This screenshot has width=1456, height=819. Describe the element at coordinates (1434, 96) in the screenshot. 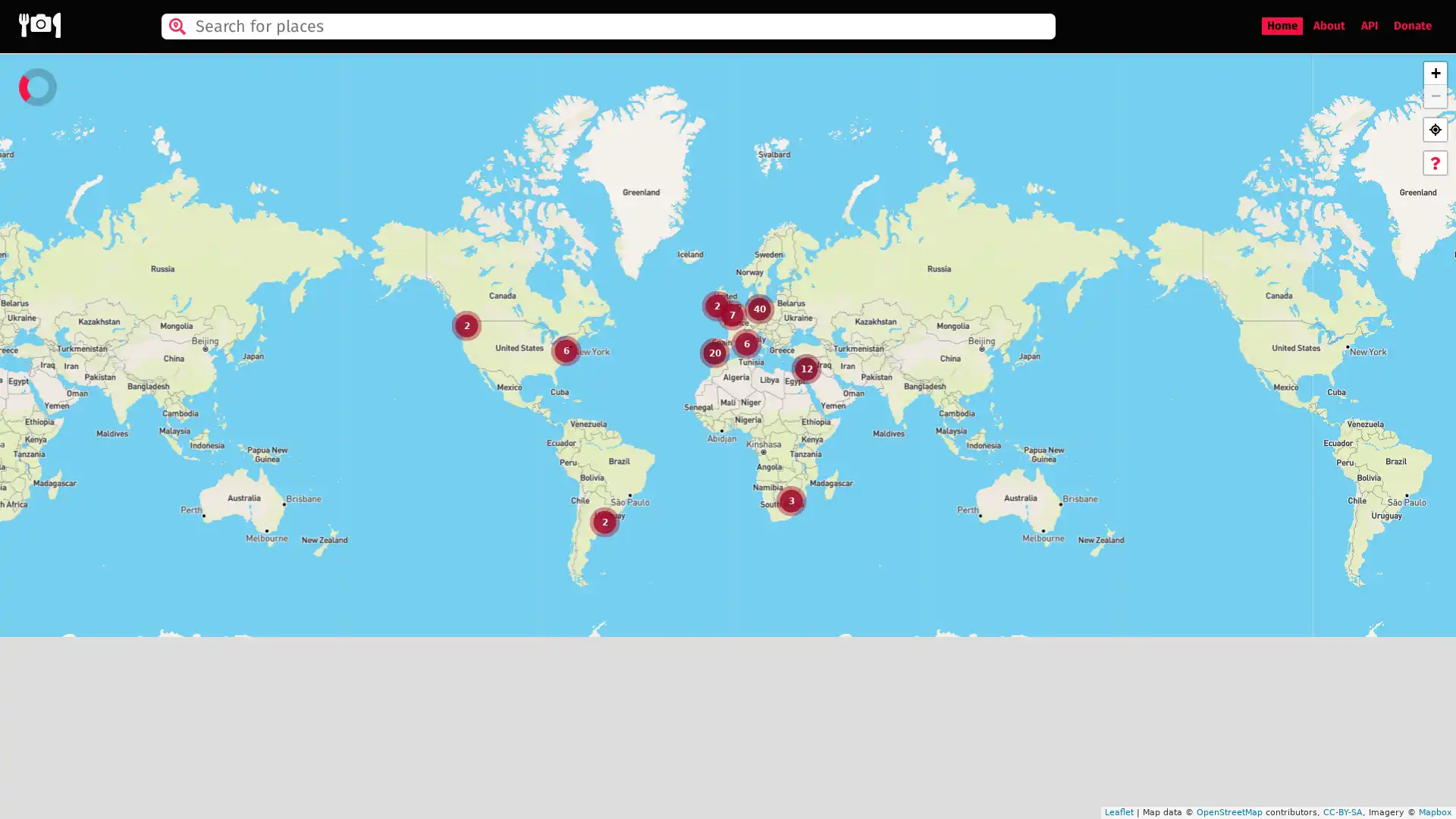

I see `Zoom out` at that location.